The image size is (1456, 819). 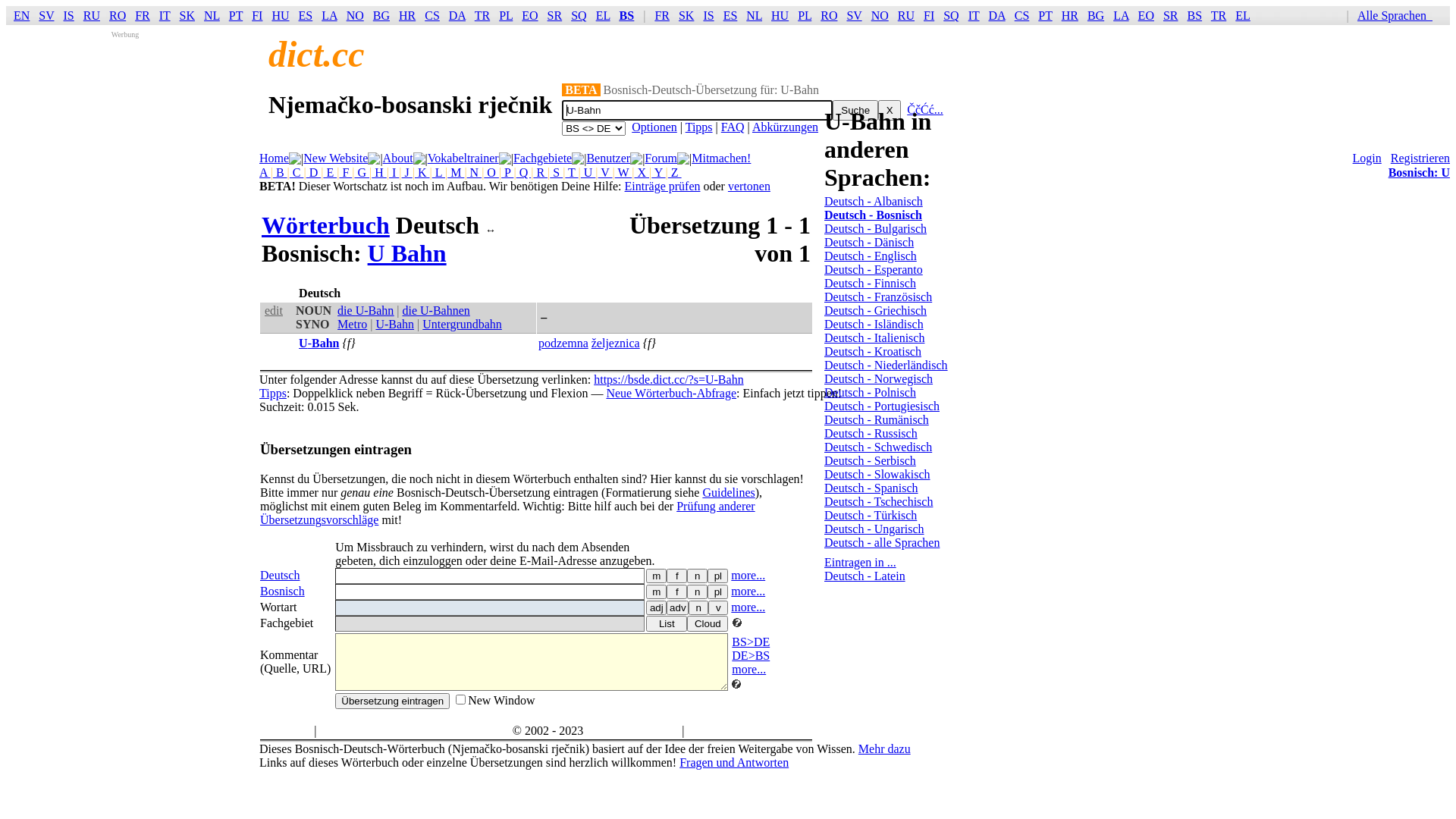 What do you see at coordinates (745, 15) in the screenshot?
I see `'NL'` at bounding box center [745, 15].